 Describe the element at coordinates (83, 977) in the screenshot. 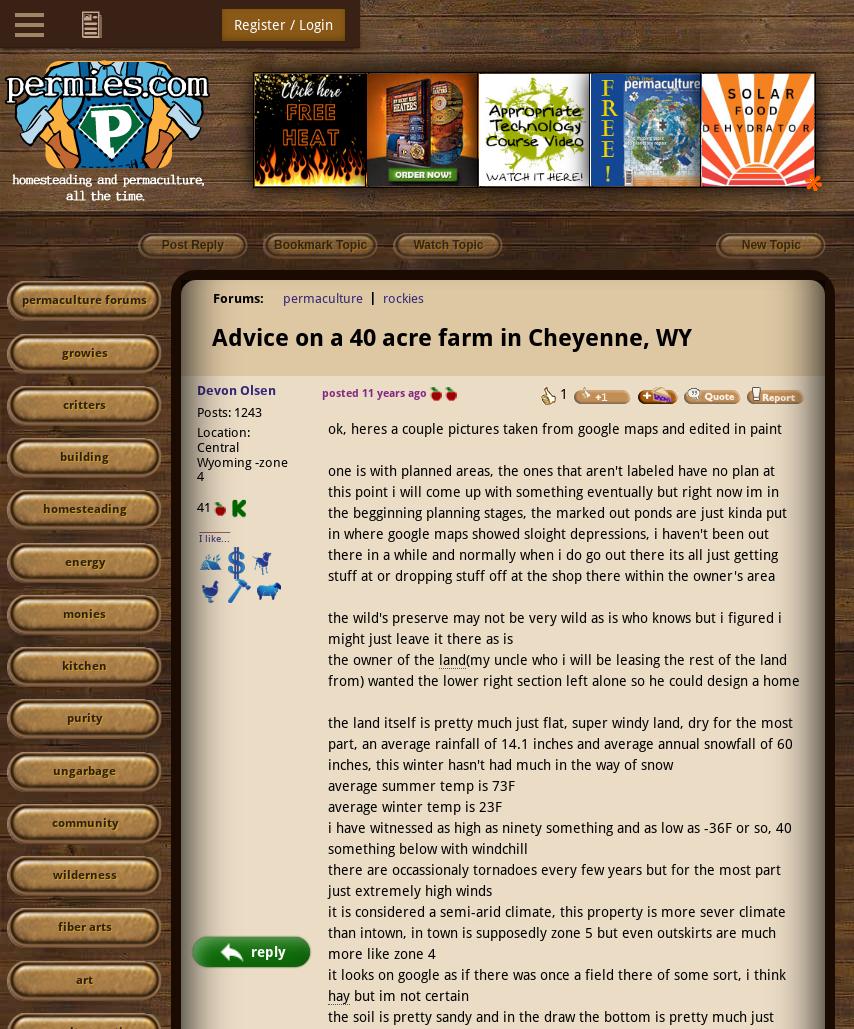

I see `'art'` at that location.